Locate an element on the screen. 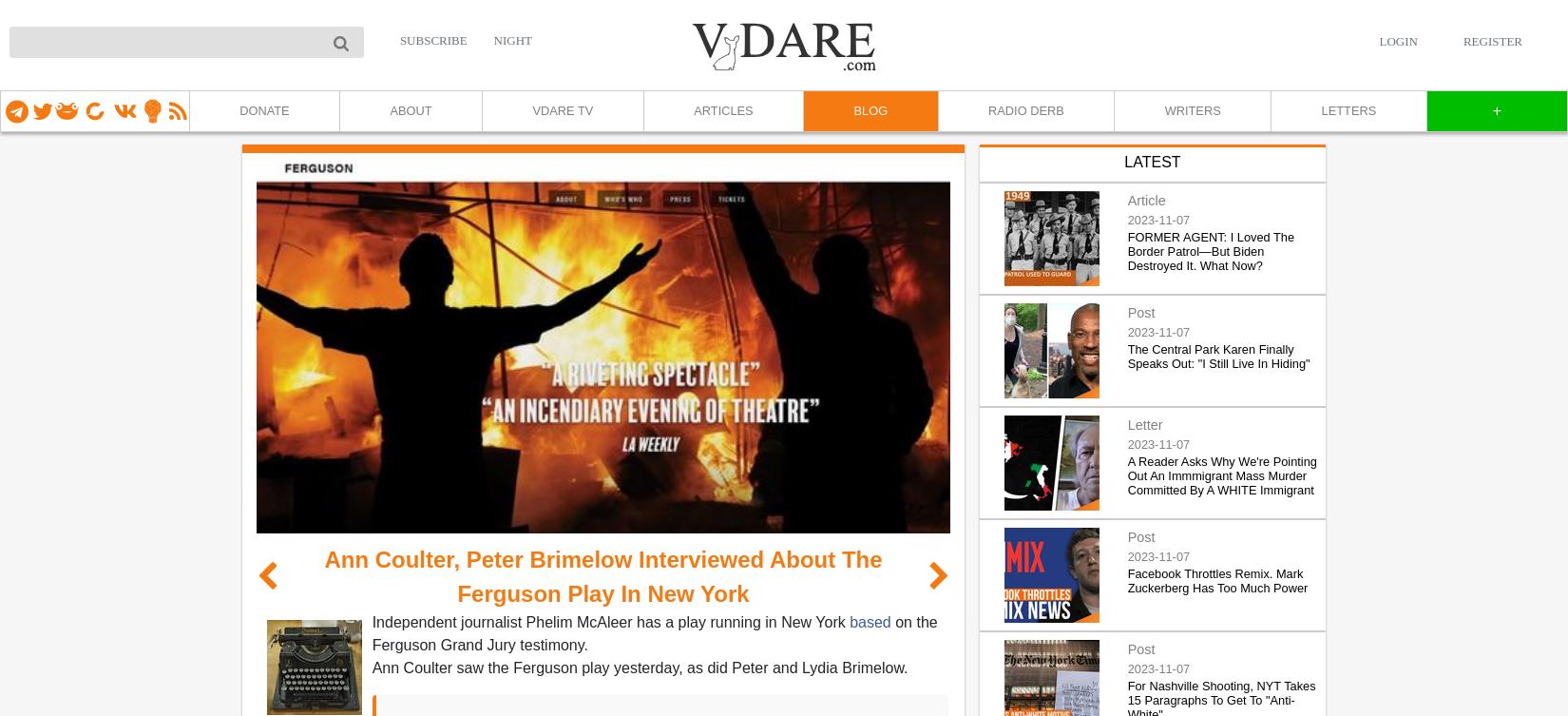 Image resolution: width=1568 pixels, height=716 pixels. '+' is located at coordinates (1490, 110).